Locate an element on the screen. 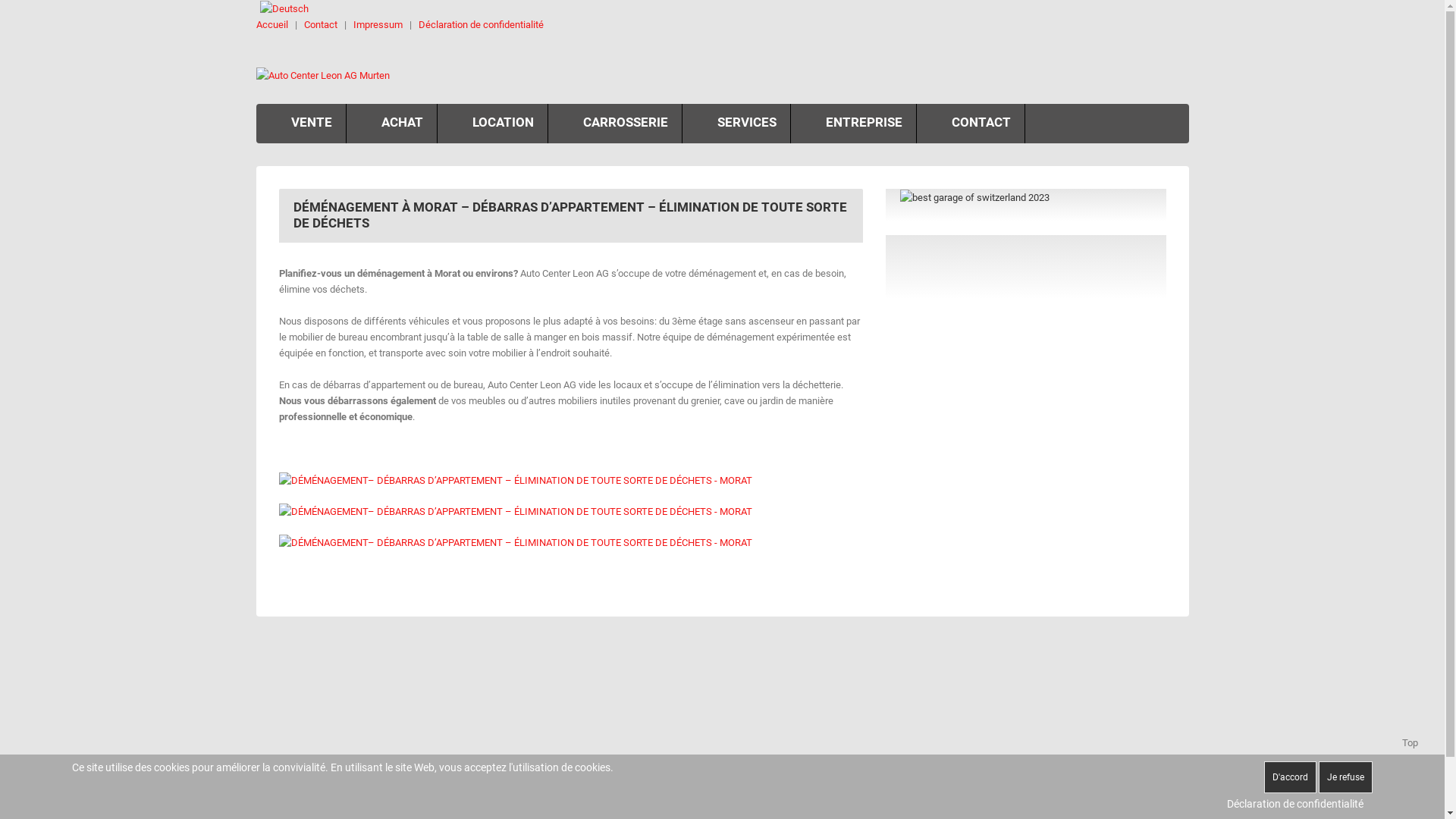 This screenshot has height=819, width=1456. 'D'accord' is located at coordinates (1289, 777).